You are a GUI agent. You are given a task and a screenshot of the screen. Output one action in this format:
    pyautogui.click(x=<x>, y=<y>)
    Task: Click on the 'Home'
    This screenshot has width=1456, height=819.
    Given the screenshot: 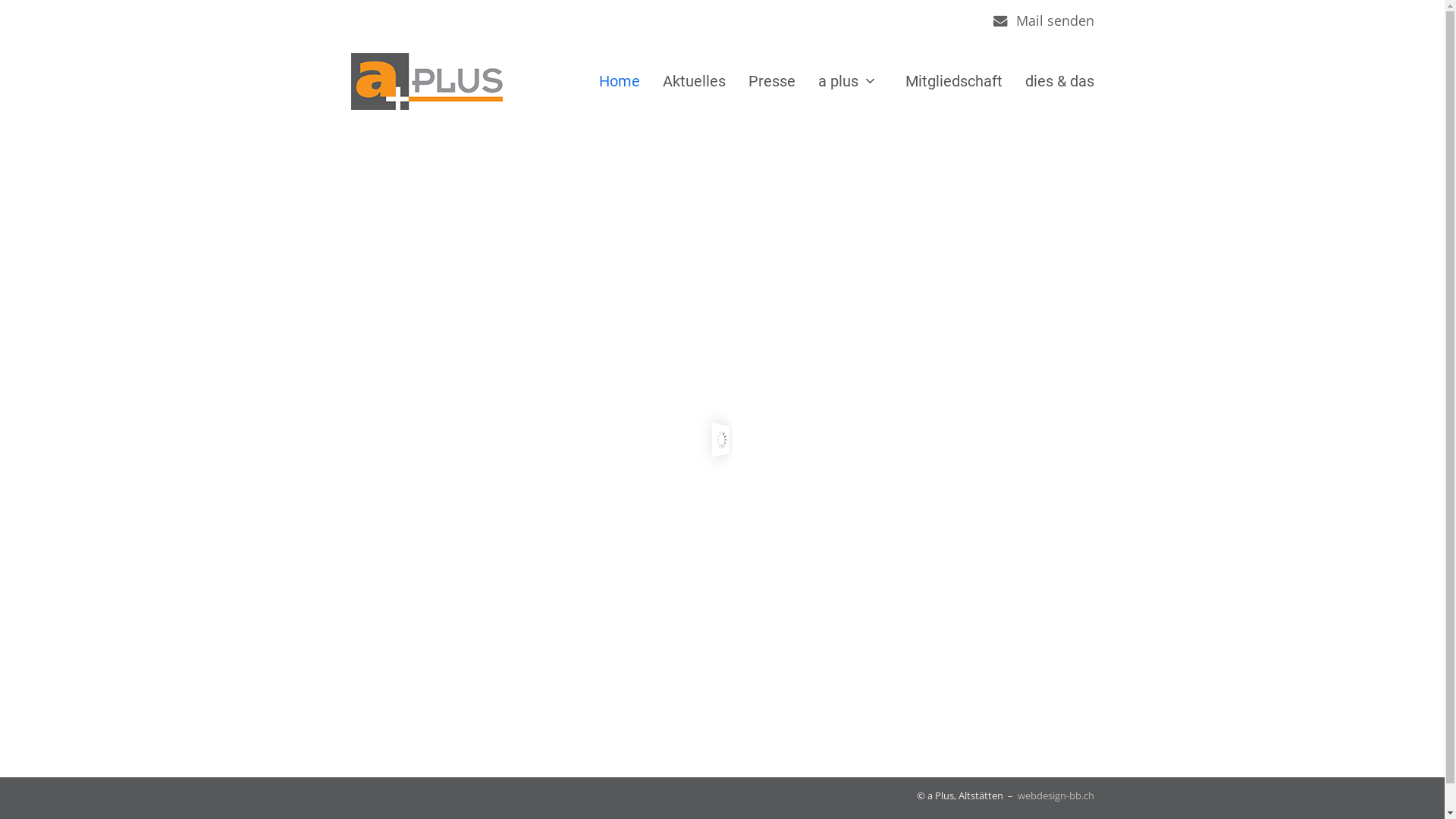 What is the action you would take?
    pyautogui.click(x=619, y=81)
    